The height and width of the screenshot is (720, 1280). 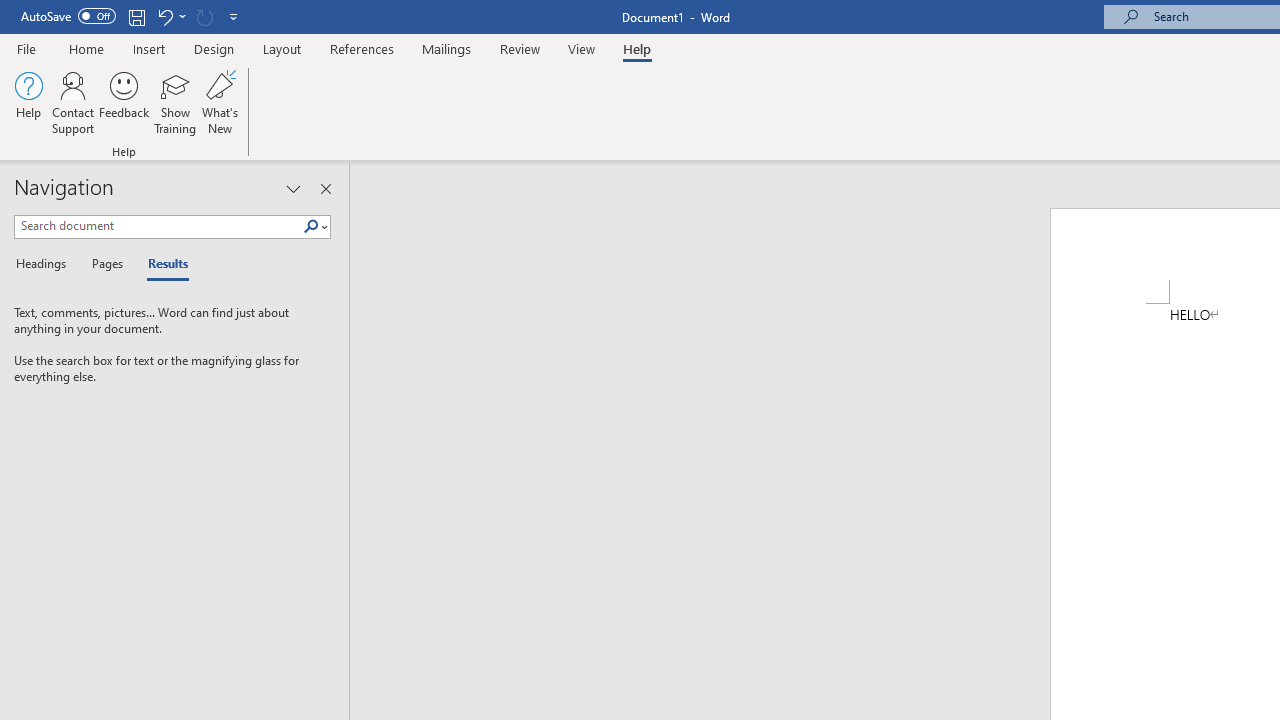 I want to click on 'References', so click(x=362, y=48).